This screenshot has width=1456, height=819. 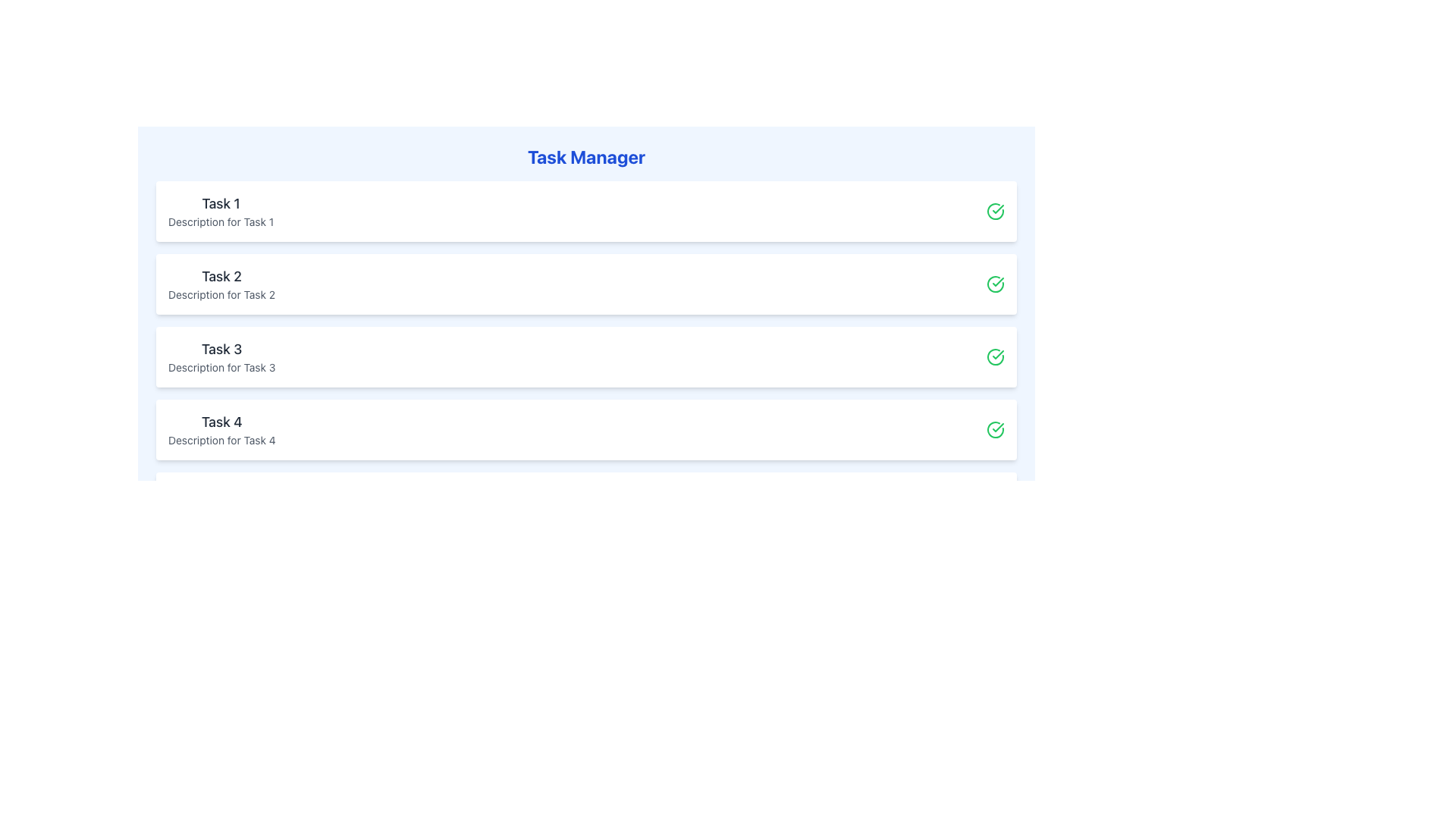 I want to click on the description text label for 'Task 3', located directly below the title 'Task 3' in the task entries list, so click(x=221, y=368).